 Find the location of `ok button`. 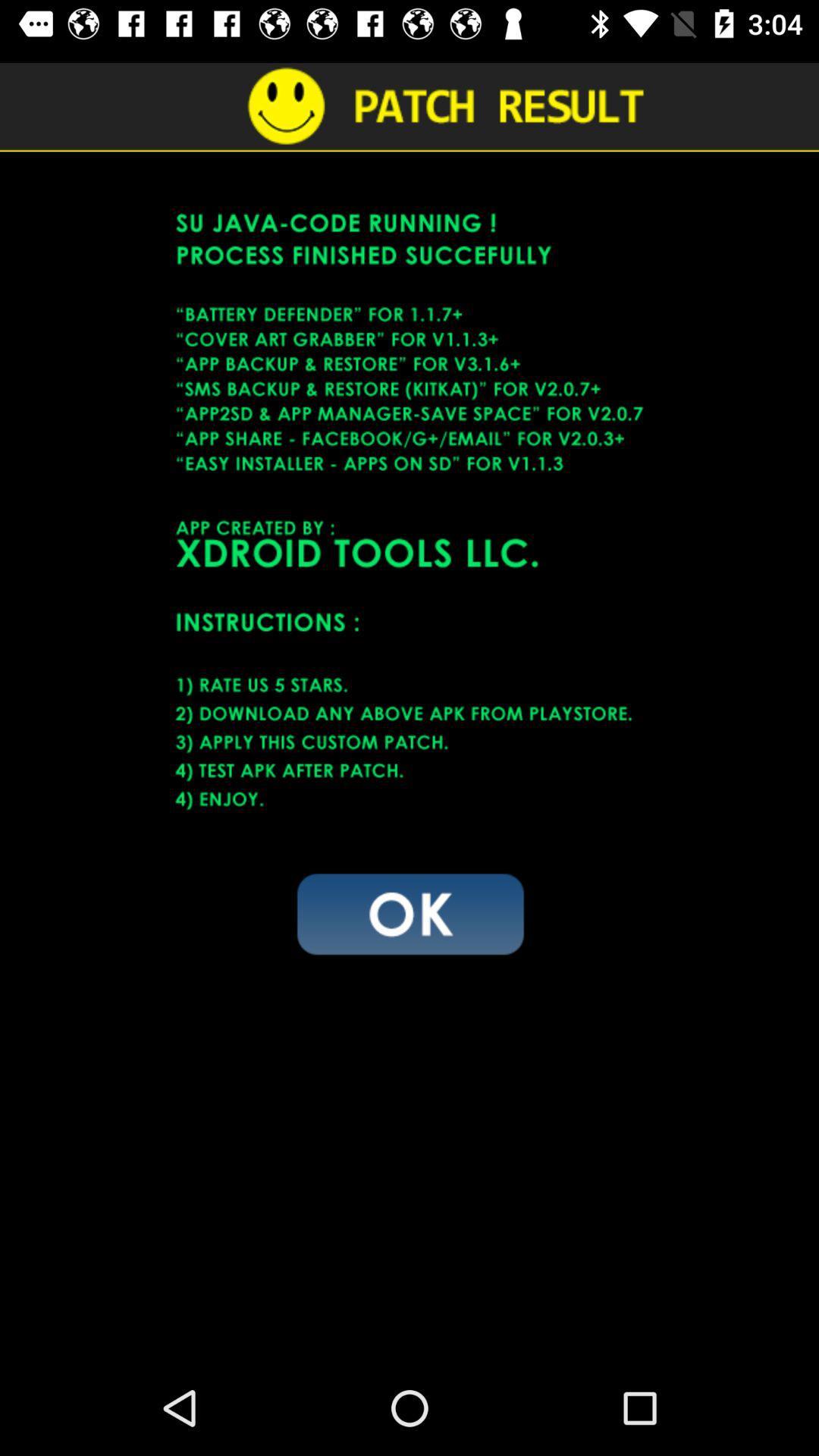

ok button is located at coordinates (409, 912).